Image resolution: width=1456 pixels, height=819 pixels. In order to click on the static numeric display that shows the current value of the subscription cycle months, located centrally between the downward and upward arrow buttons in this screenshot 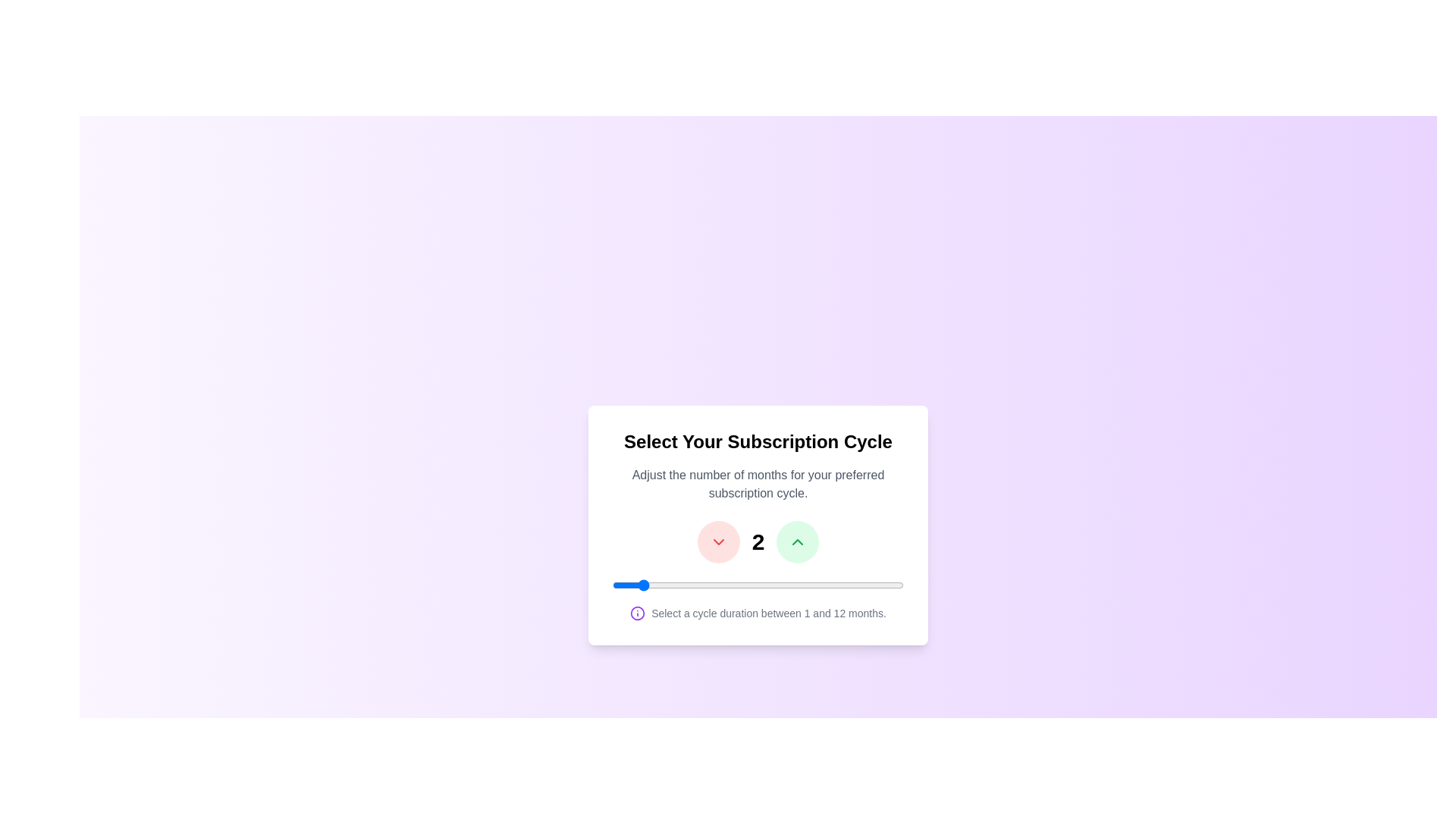, I will do `click(758, 541)`.